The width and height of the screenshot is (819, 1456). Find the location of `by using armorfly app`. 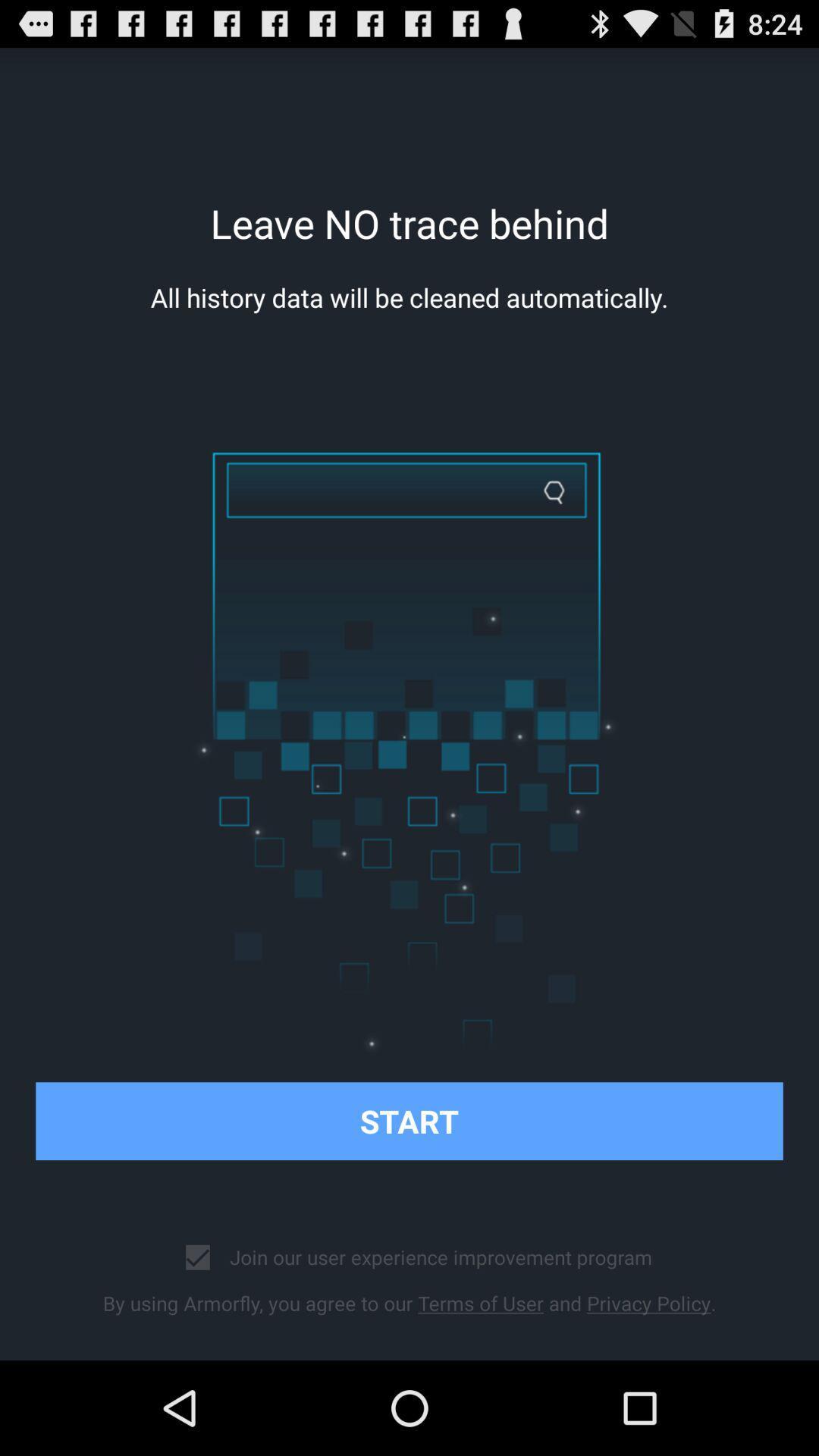

by using armorfly app is located at coordinates (409, 1302).